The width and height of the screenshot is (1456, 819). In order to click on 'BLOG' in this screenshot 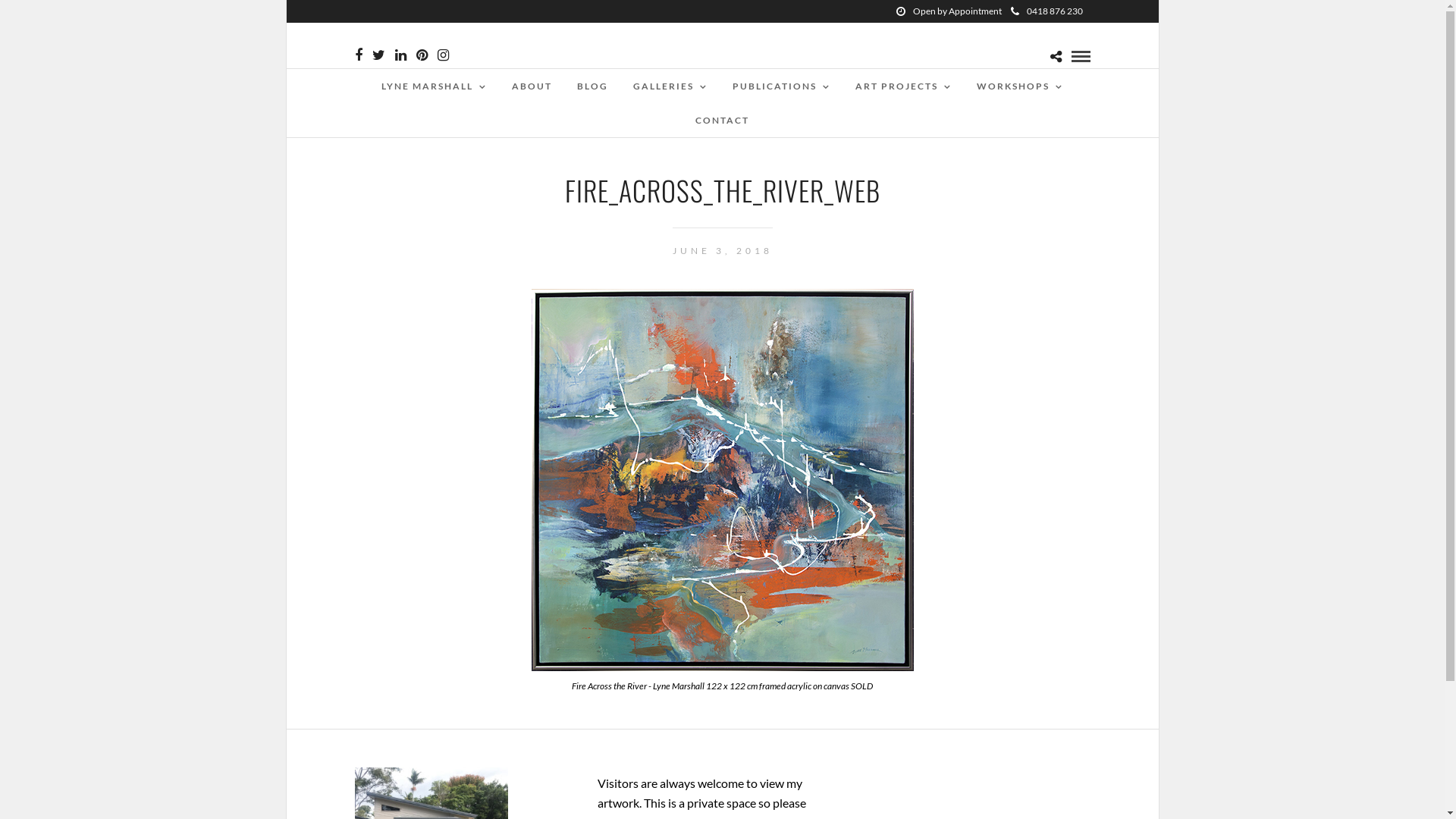, I will do `click(591, 86)`.